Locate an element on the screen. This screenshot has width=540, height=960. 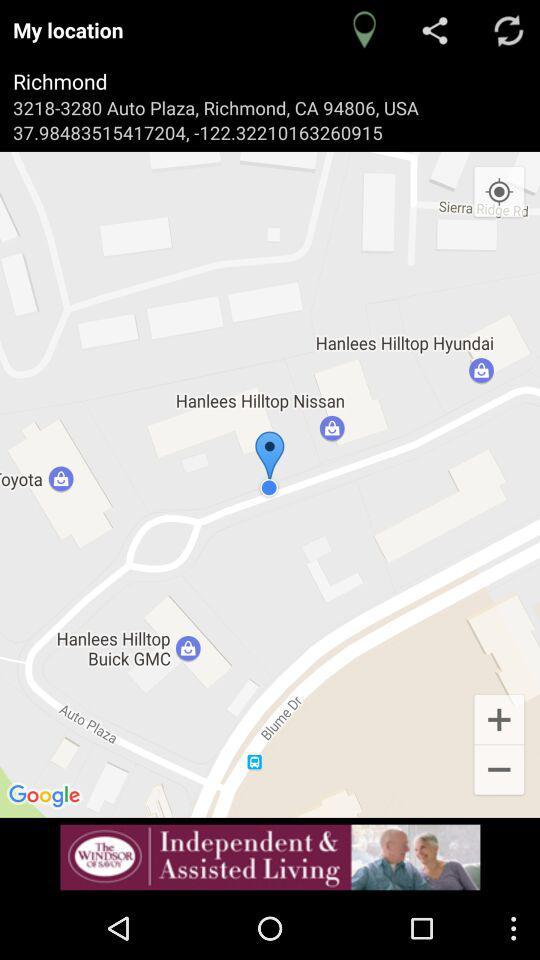
share is located at coordinates (436, 29).